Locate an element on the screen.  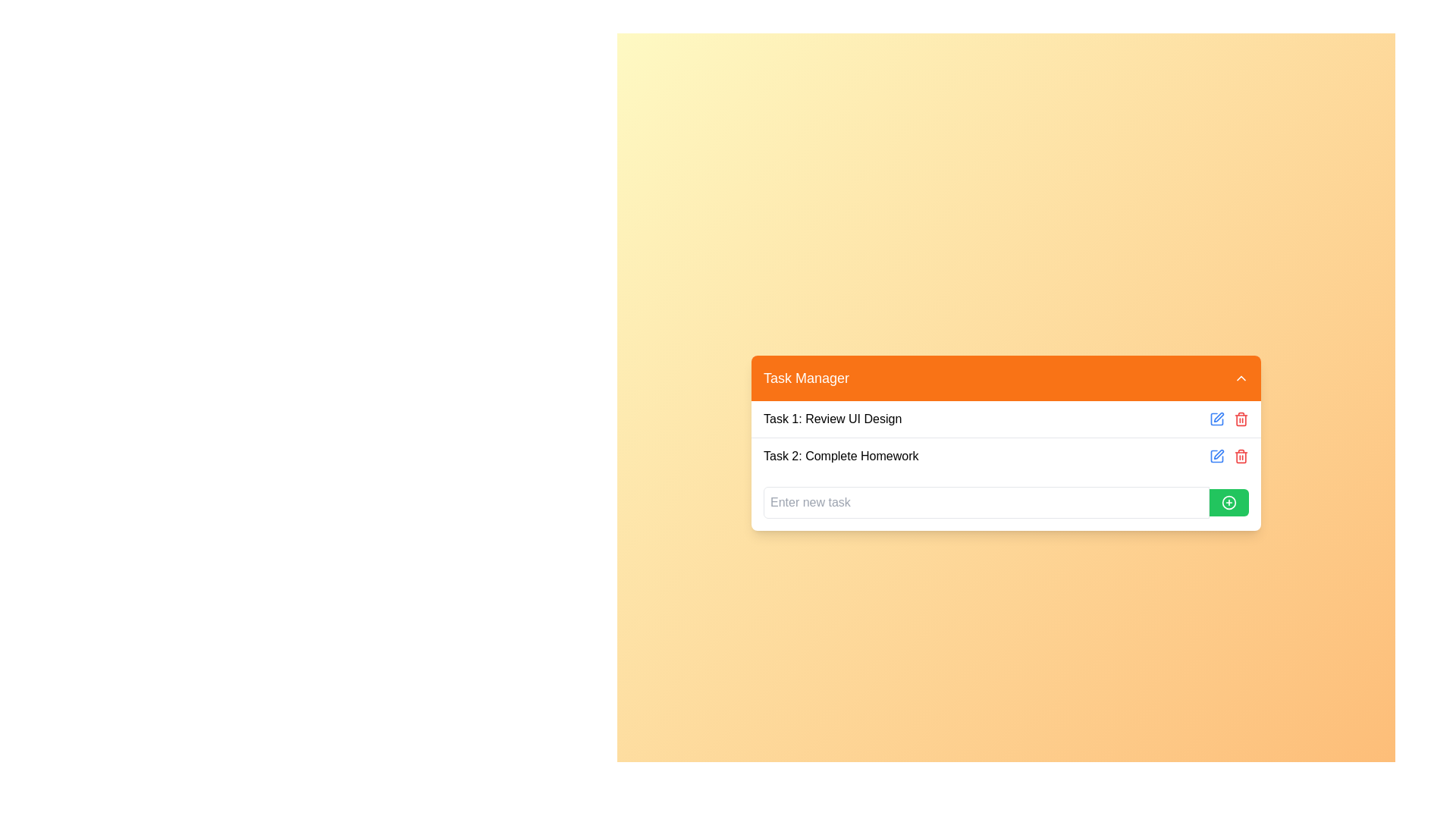
the circular icon button located at the bottom-right corner of the task management interface, which is used for adding new tasks is located at coordinates (1229, 502).